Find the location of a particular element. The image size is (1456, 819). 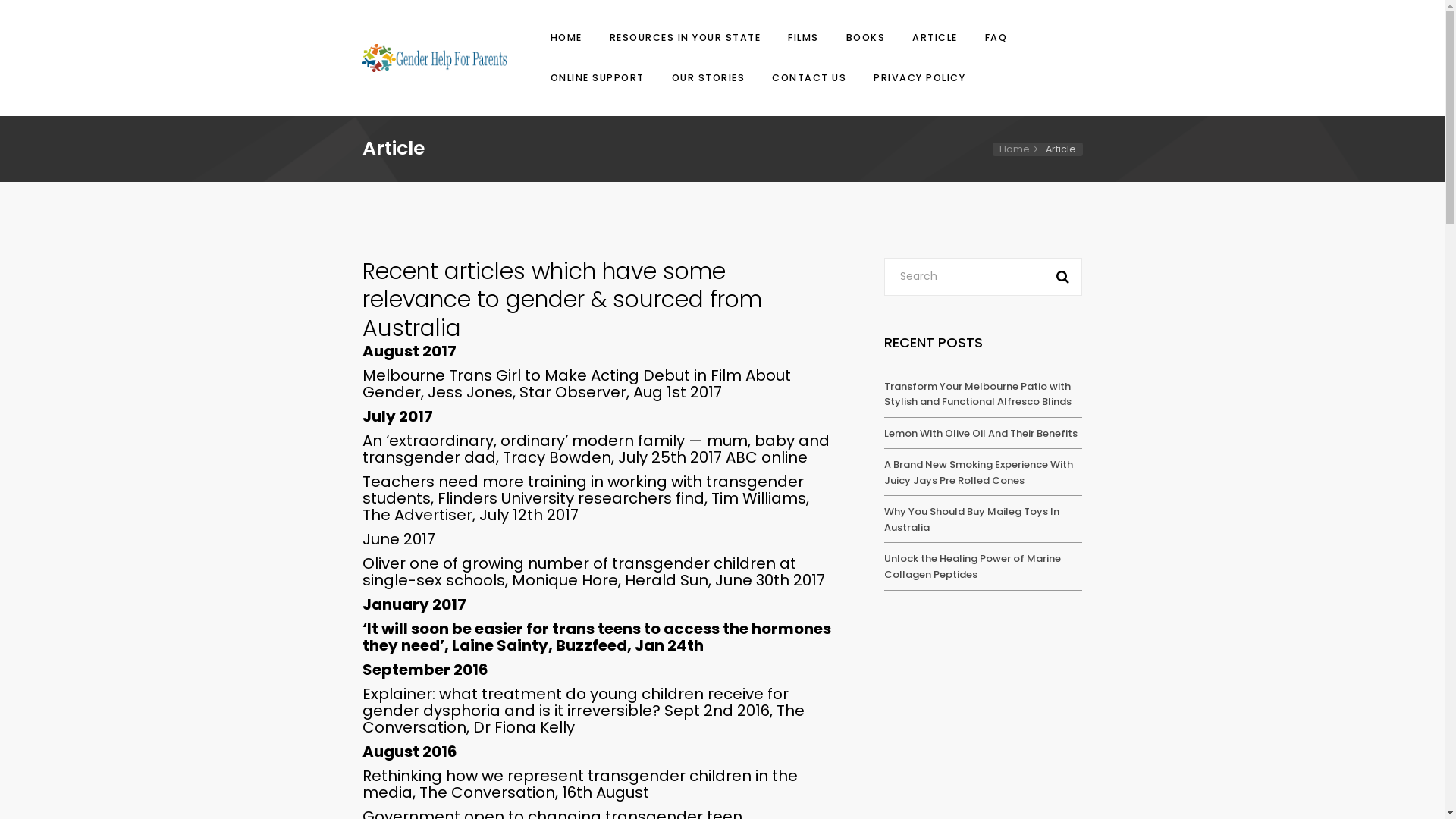

'FILMS' is located at coordinates (783, 37).